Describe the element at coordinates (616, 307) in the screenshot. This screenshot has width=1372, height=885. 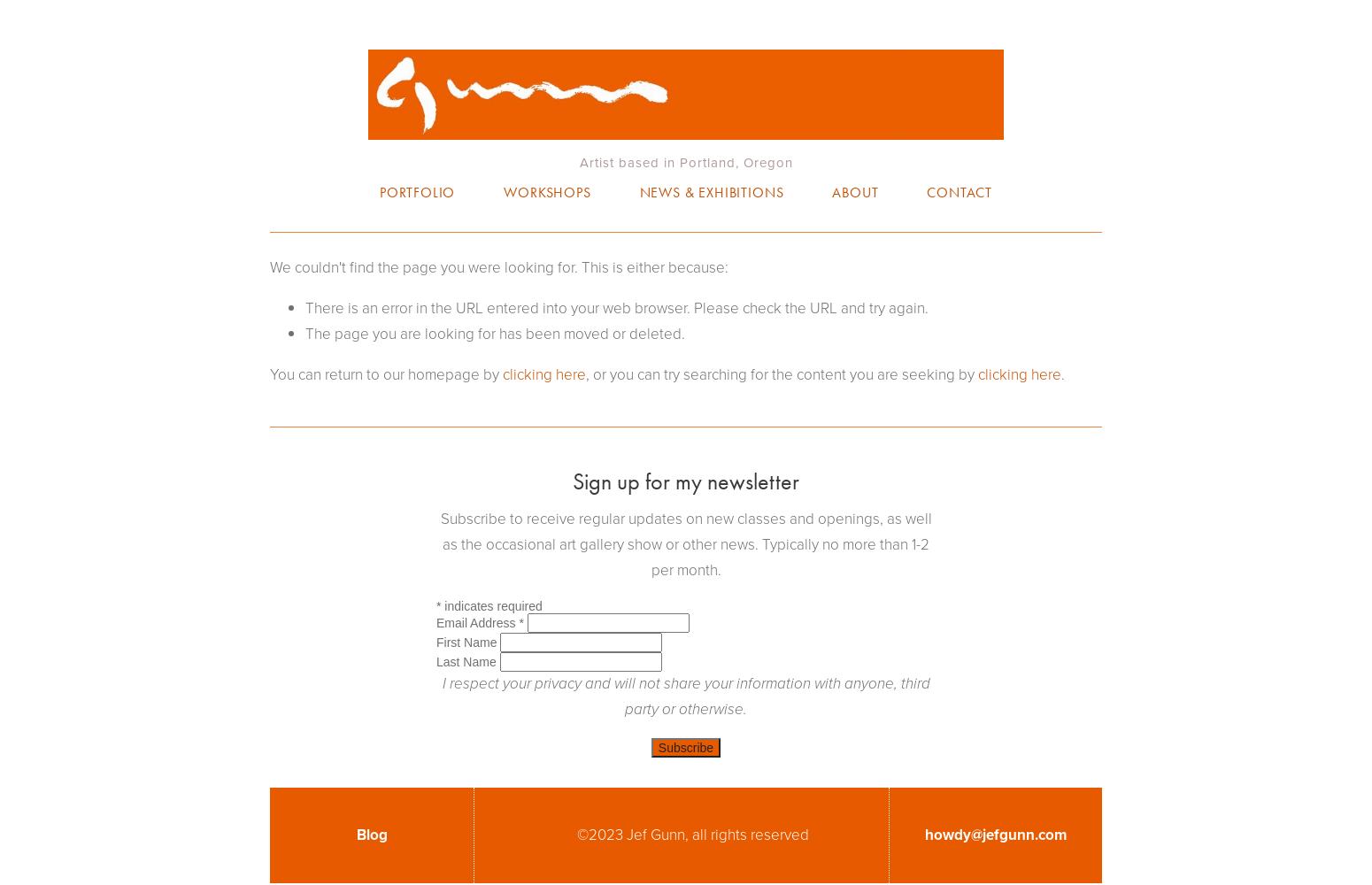
I see `'There is an error in the URL entered into your web browser. Please check the URL and try again.'` at that location.